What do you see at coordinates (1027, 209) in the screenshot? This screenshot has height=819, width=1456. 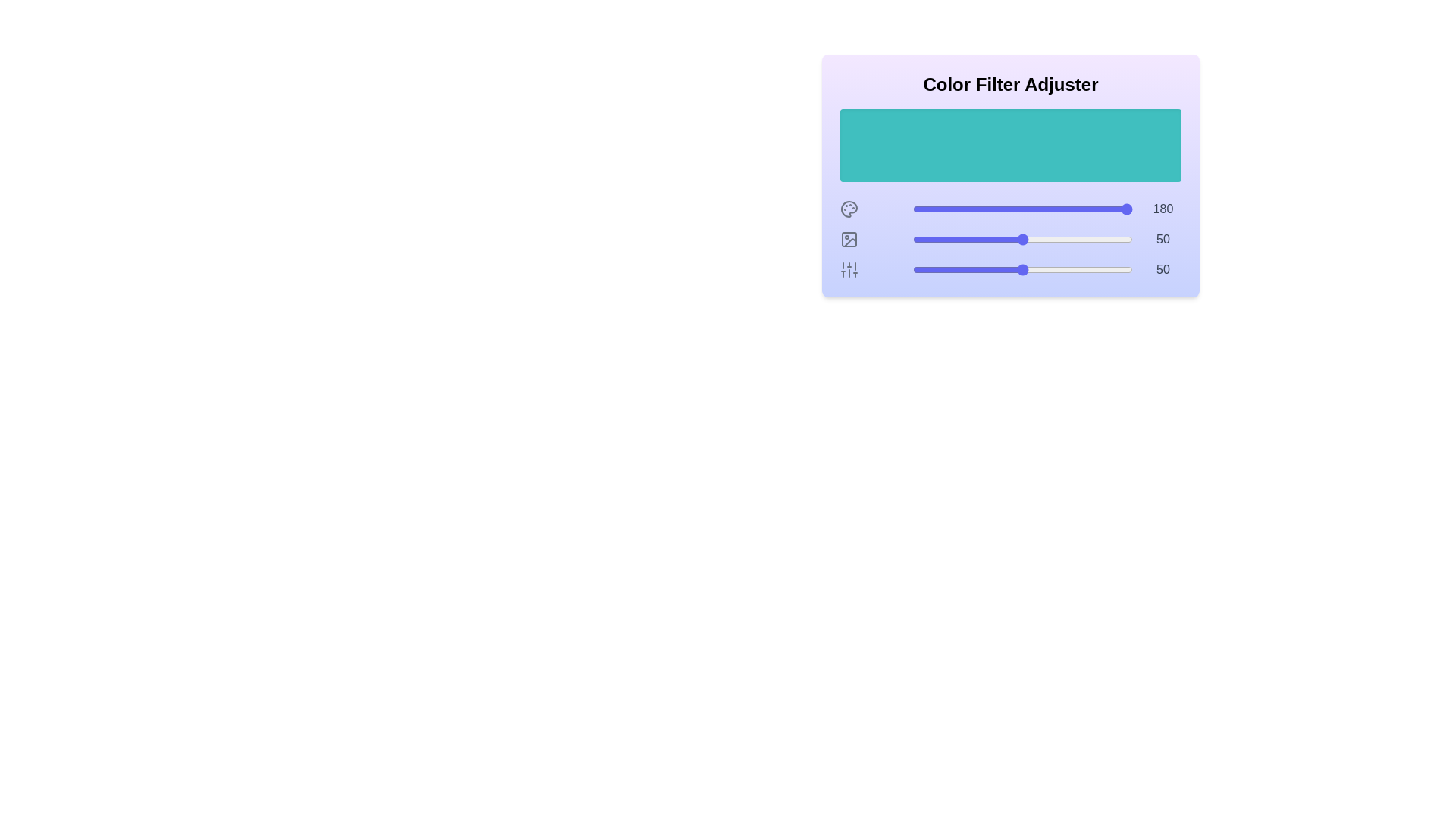 I see `the Hue slider to a value of 52` at bounding box center [1027, 209].